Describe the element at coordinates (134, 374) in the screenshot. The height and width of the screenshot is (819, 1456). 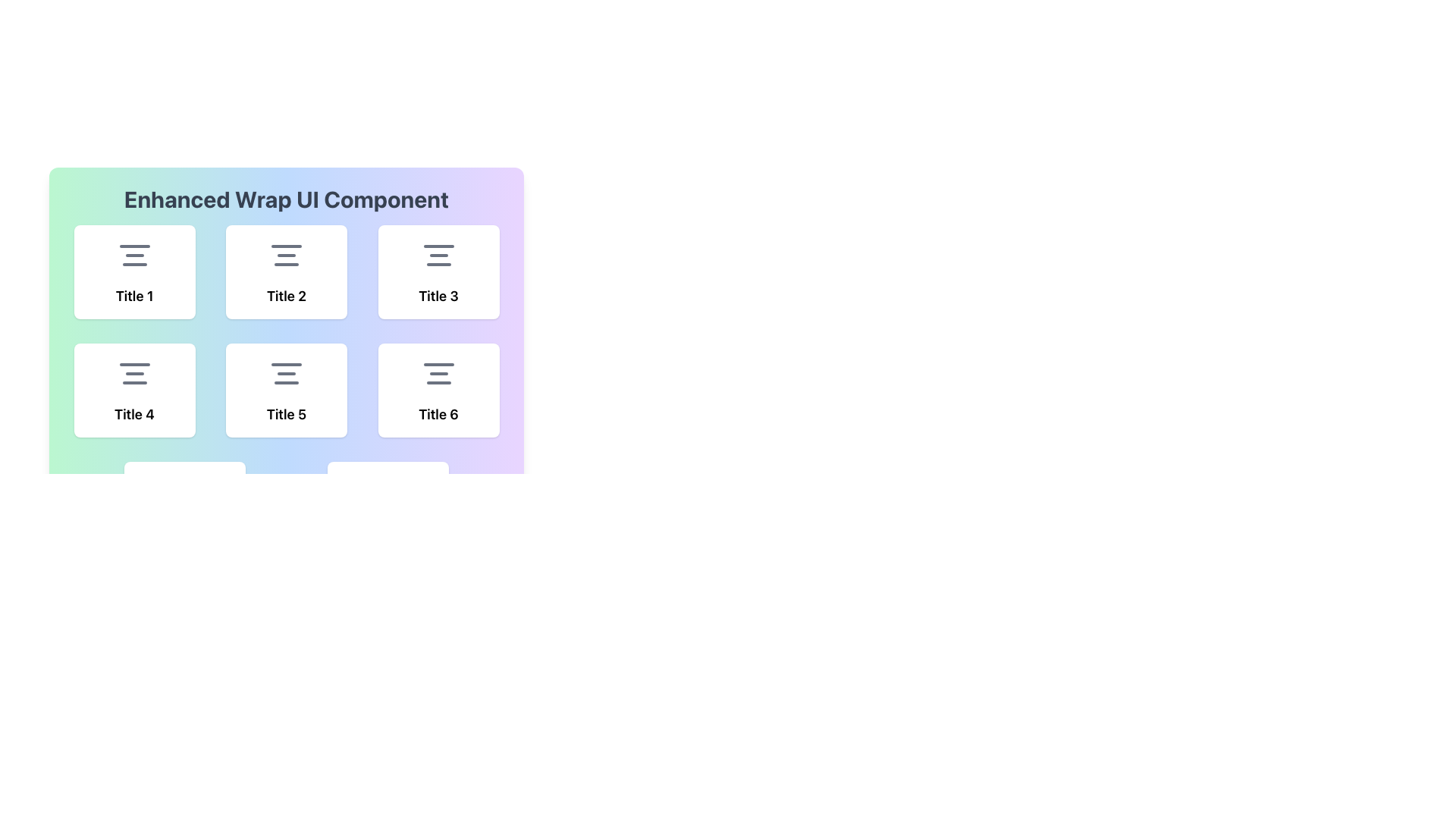
I see `the alignment-related icon located in the second row, first column of the grid, positioned above the 'Title 4' label` at that location.